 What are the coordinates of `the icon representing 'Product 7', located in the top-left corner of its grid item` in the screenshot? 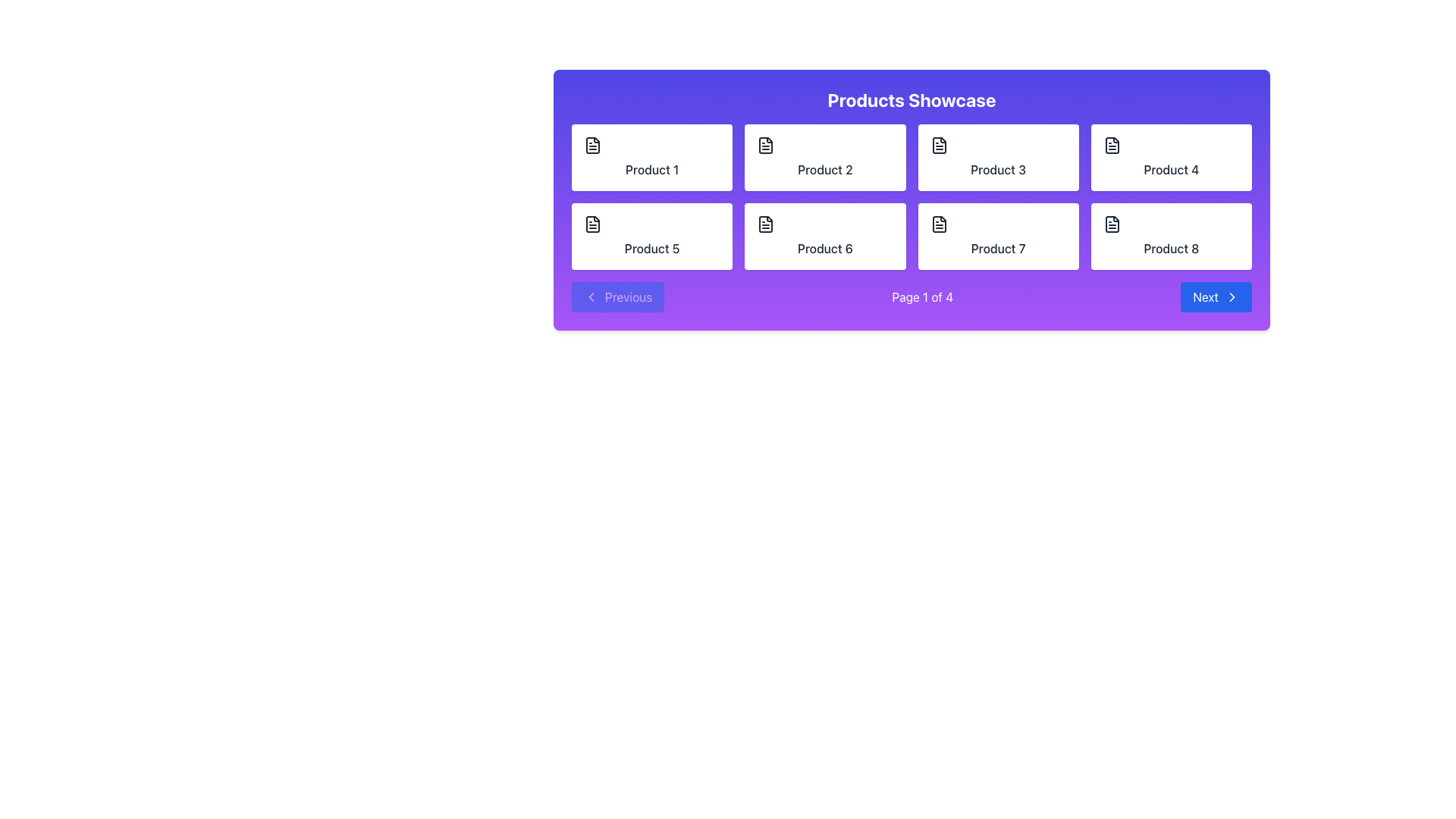 It's located at (938, 224).